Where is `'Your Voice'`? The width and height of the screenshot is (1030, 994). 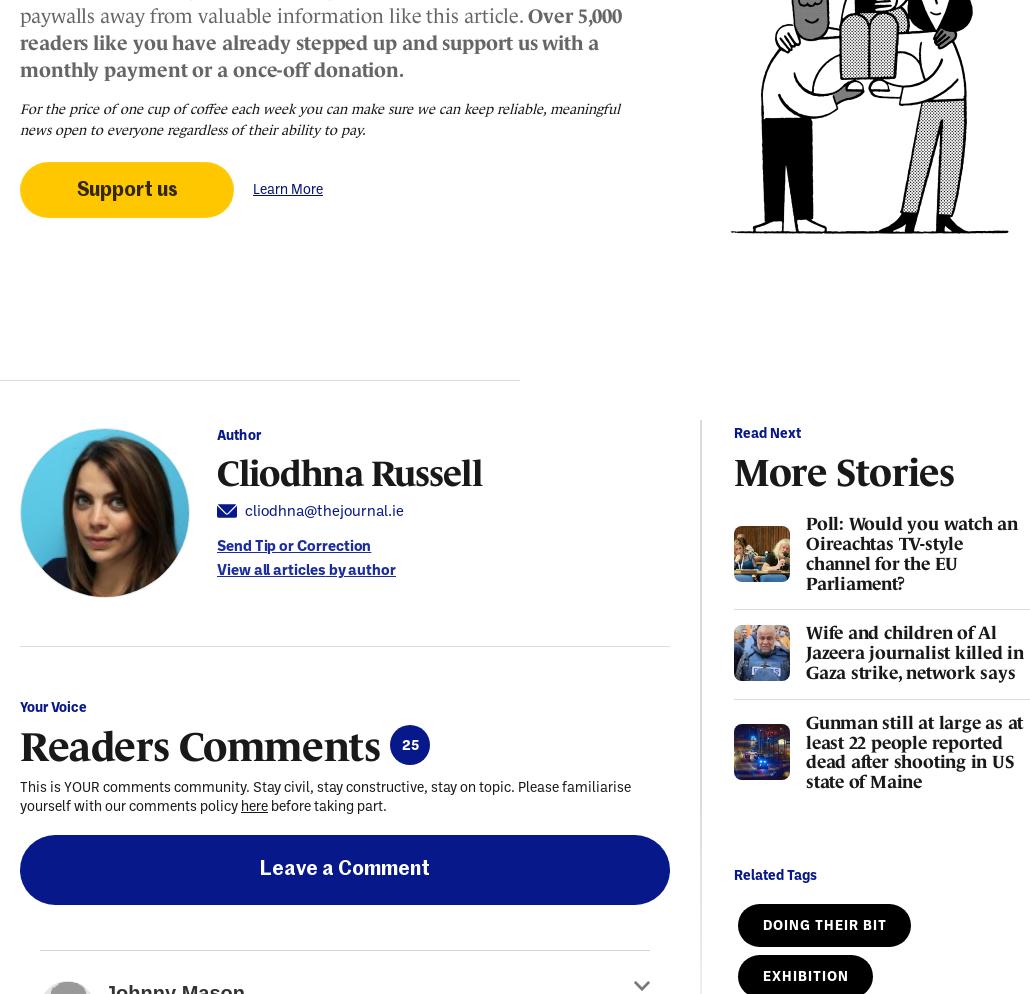 'Your Voice' is located at coordinates (53, 705).